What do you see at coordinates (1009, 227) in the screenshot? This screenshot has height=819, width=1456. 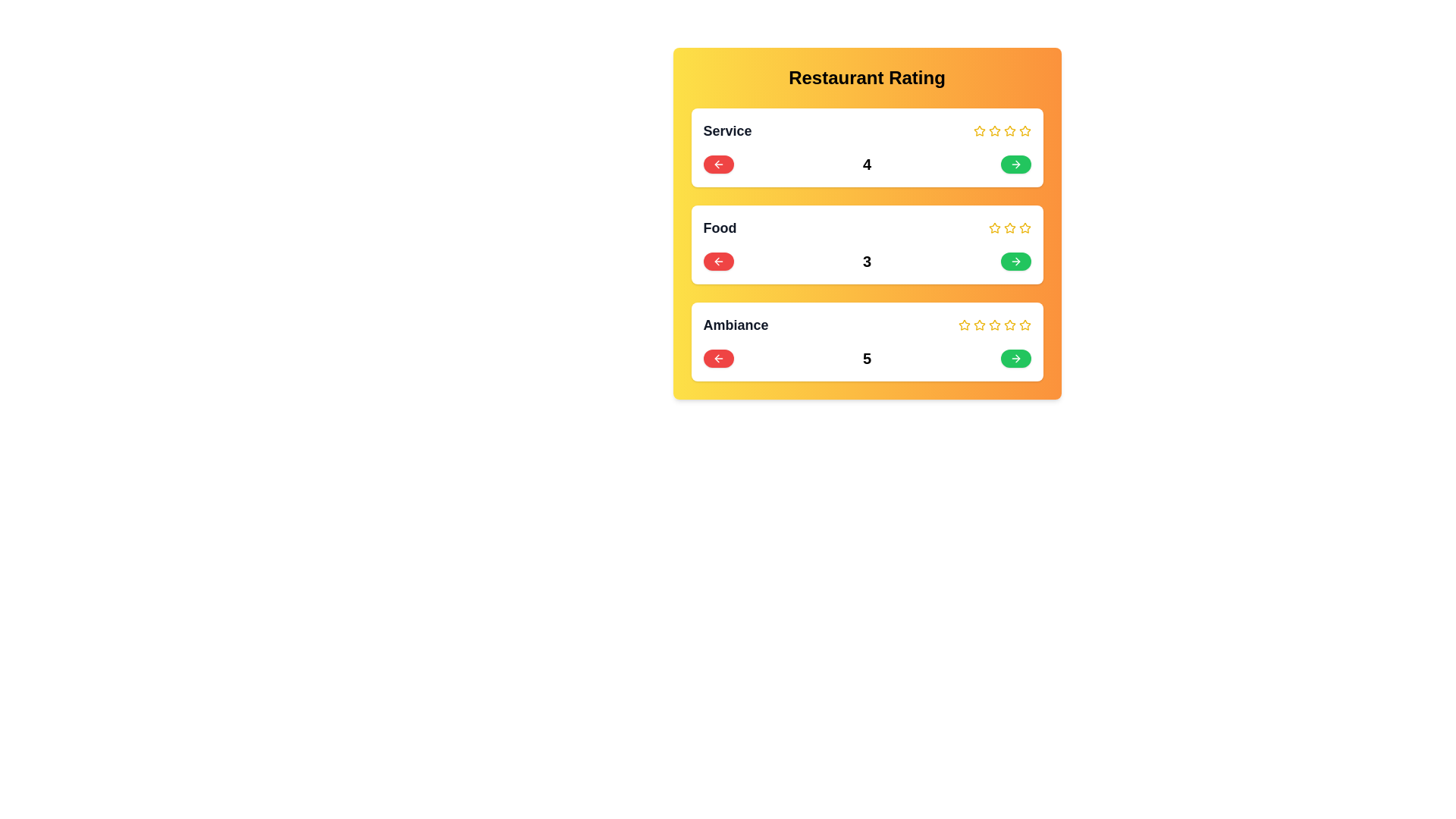 I see `the second golden star icon in the rating row for 'Food' to change the rating` at bounding box center [1009, 227].